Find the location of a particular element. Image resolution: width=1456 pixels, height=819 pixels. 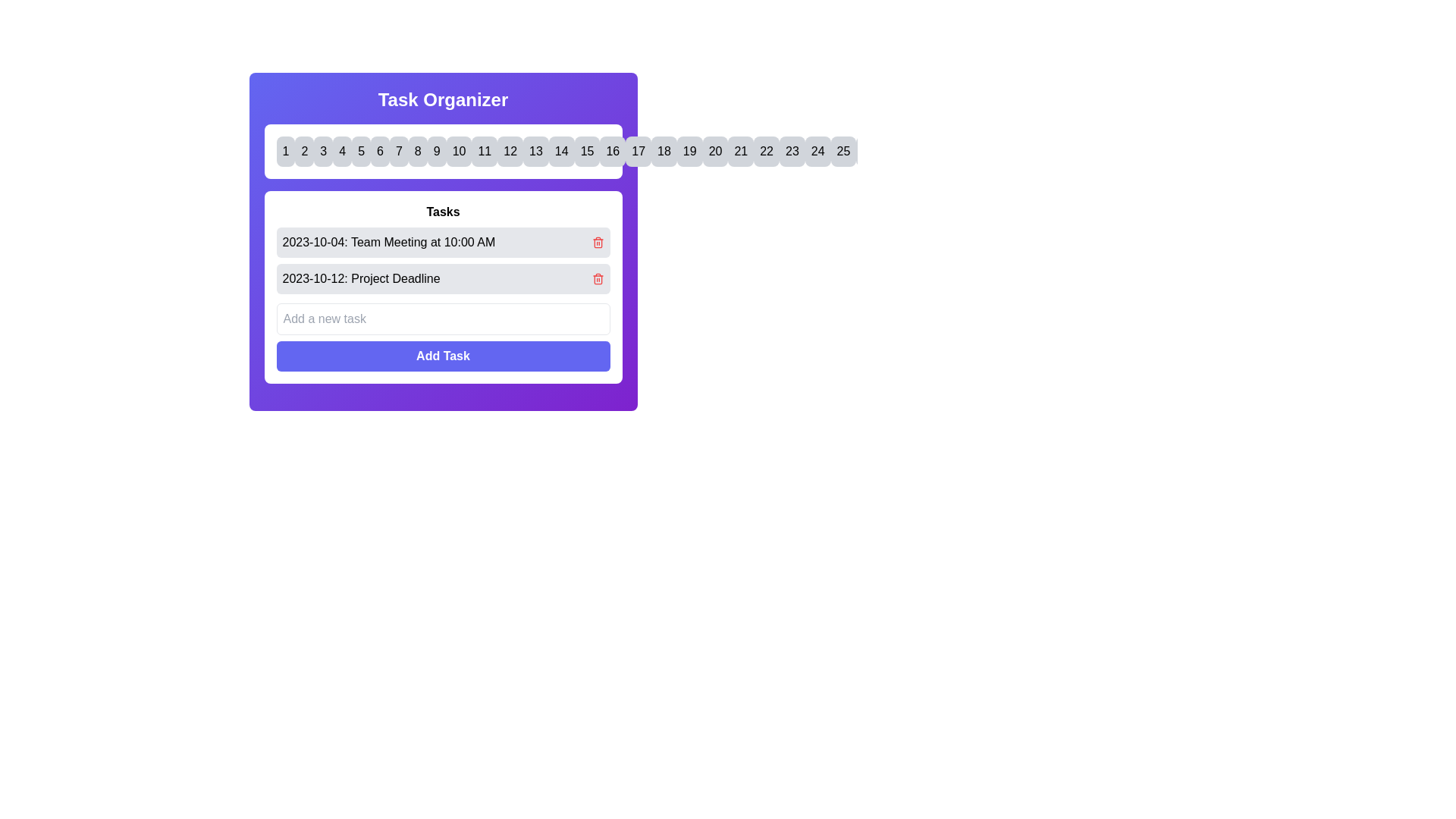

the rounded rectangular button with a gray background and the number '9' centered in black text is located at coordinates (436, 152).